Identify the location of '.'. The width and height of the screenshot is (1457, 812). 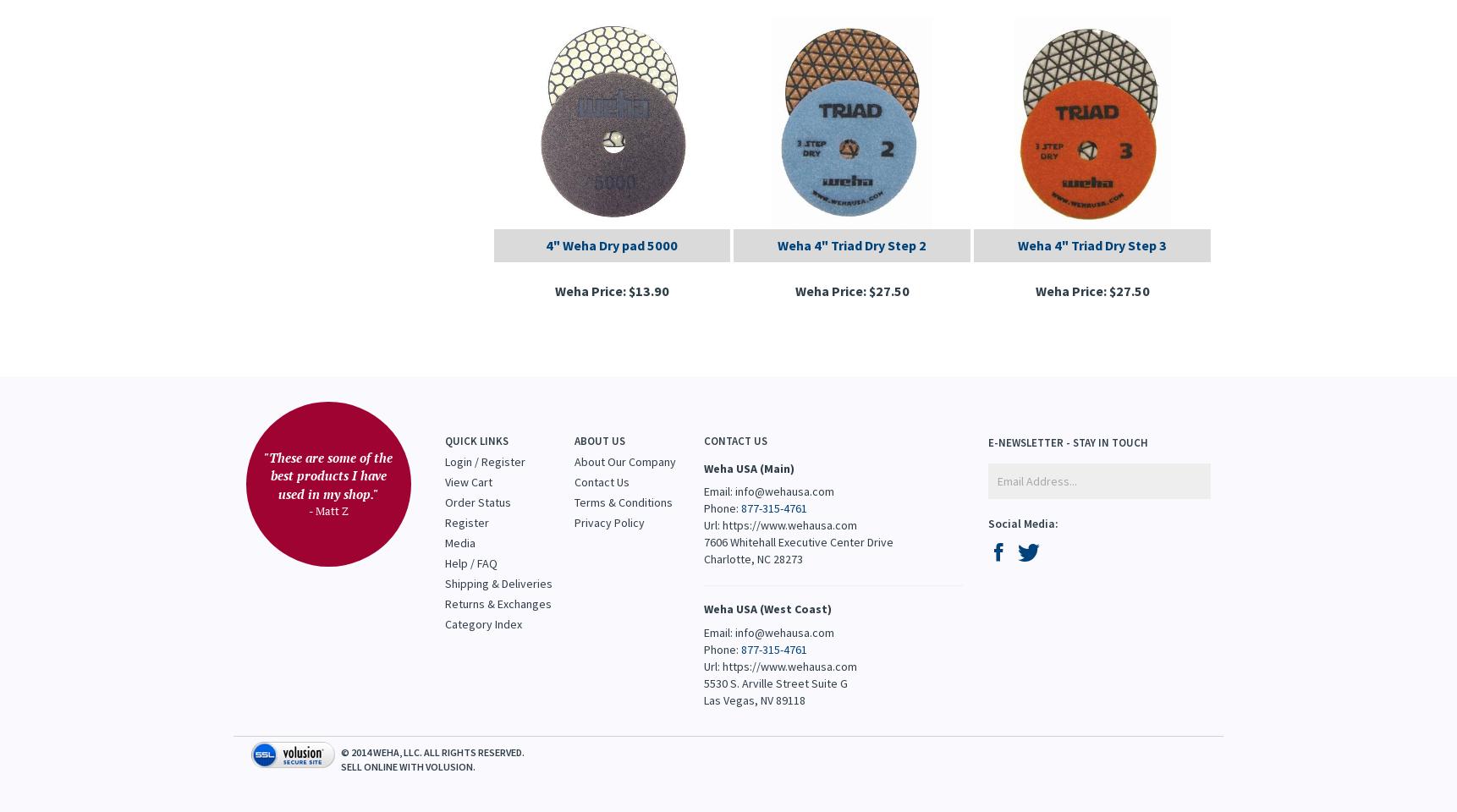
(473, 765).